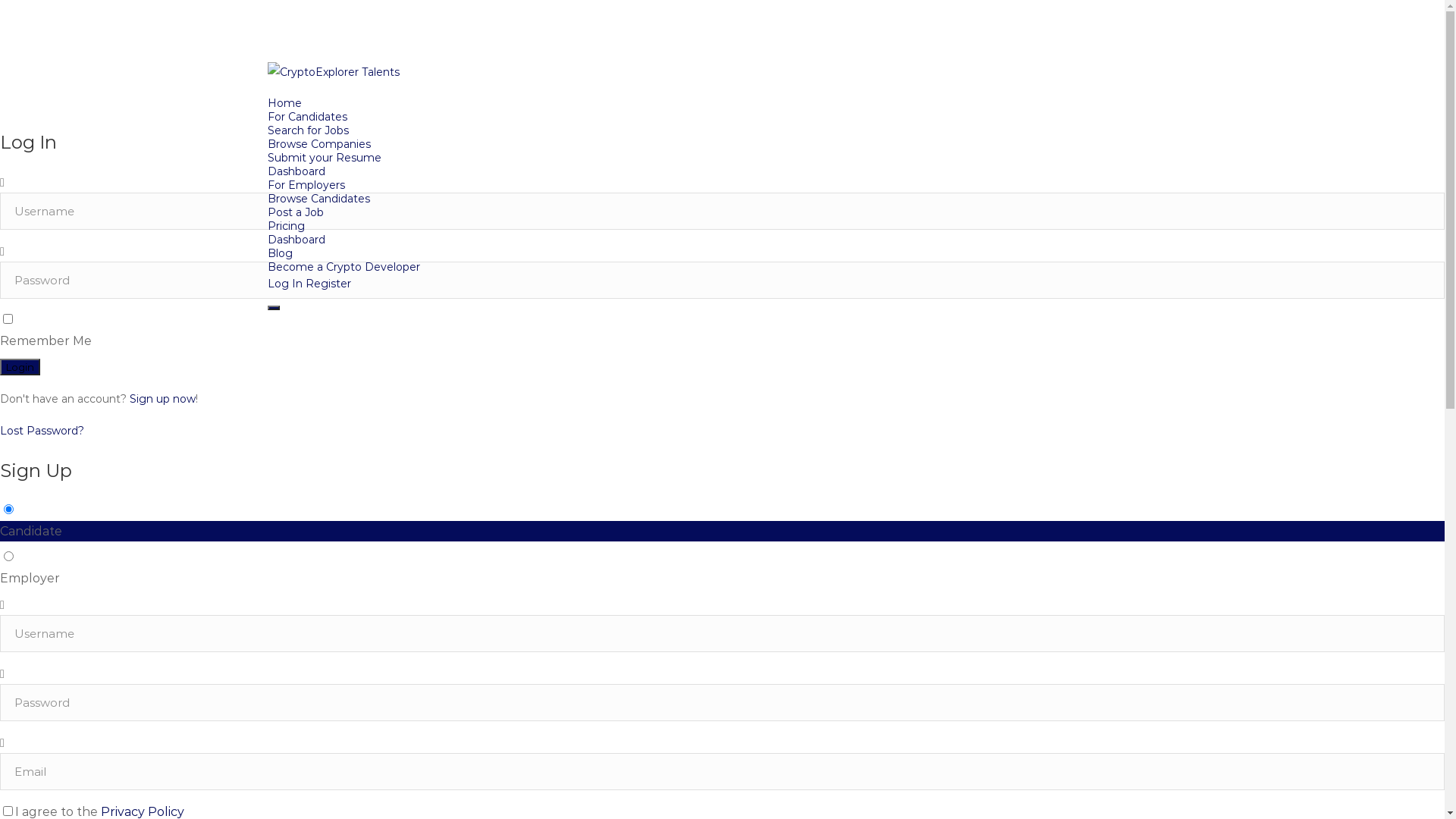 The height and width of the screenshot is (819, 1456). I want to click on 'Dashboard', so click(295, 171).